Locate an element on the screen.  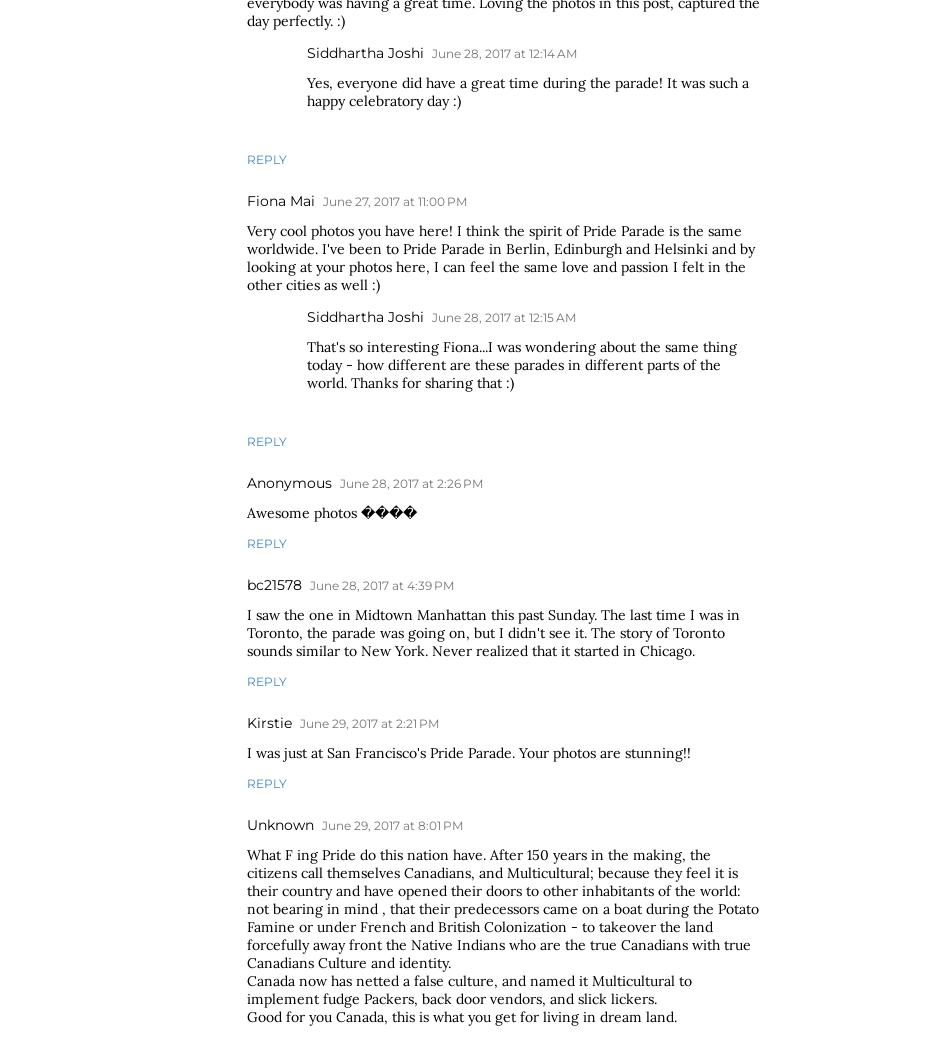
'June 28, 2017 at 2:26 PM' is located at coordinates (410, 482).